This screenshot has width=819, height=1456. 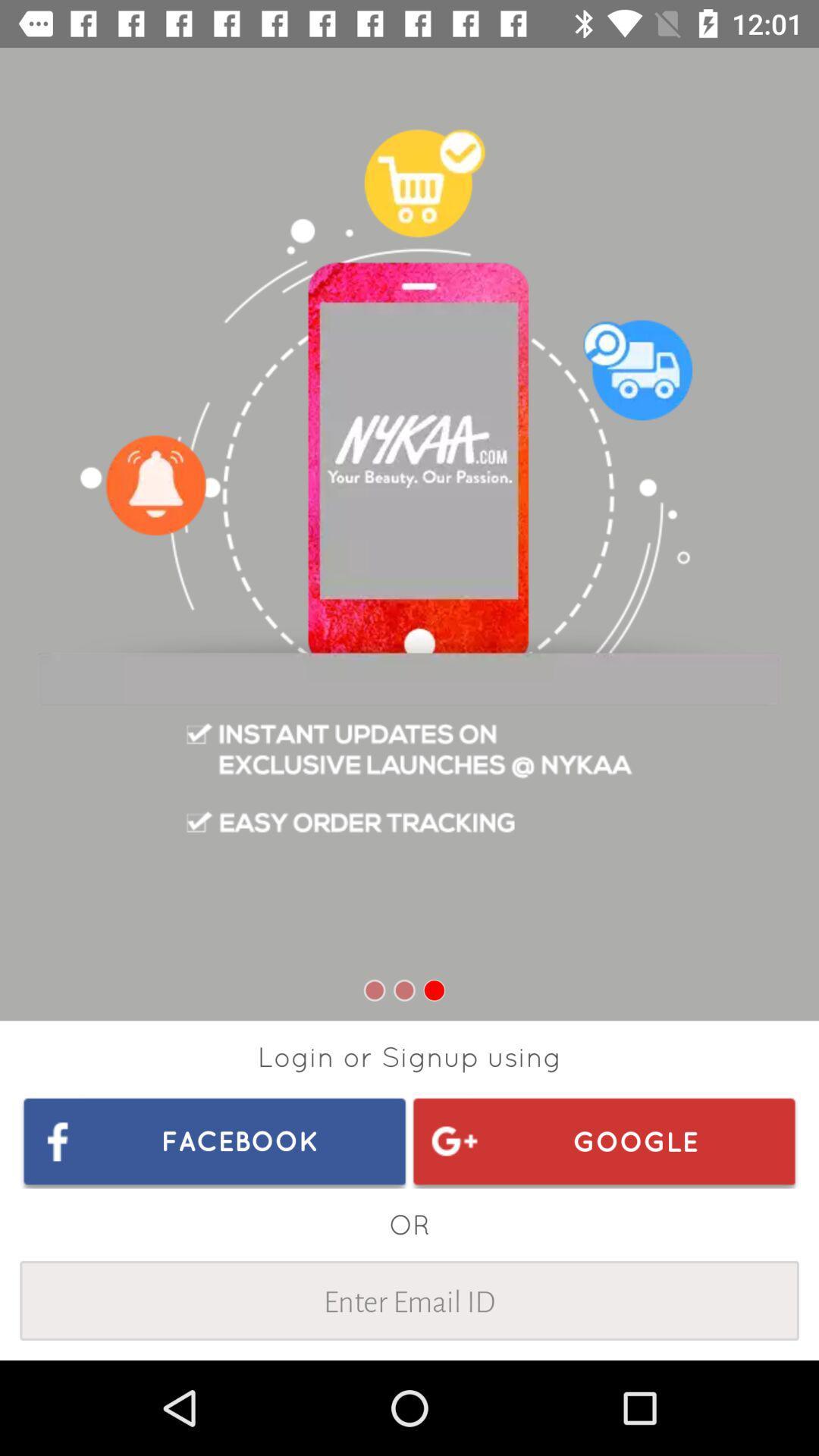 I want to click on the facebook icon, so click(x=215, y=1141).